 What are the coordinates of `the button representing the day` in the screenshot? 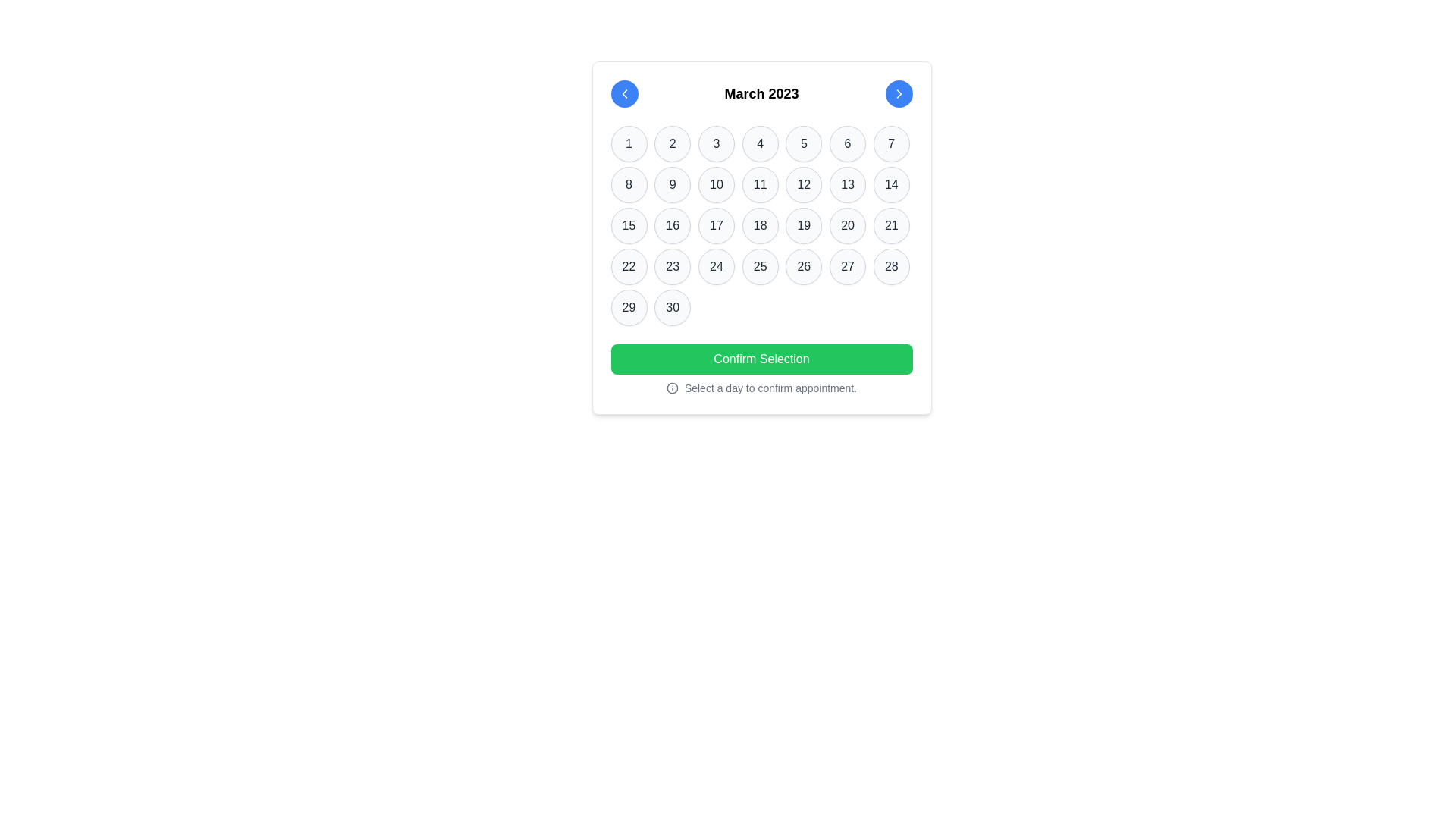 It's located at (715, 184).